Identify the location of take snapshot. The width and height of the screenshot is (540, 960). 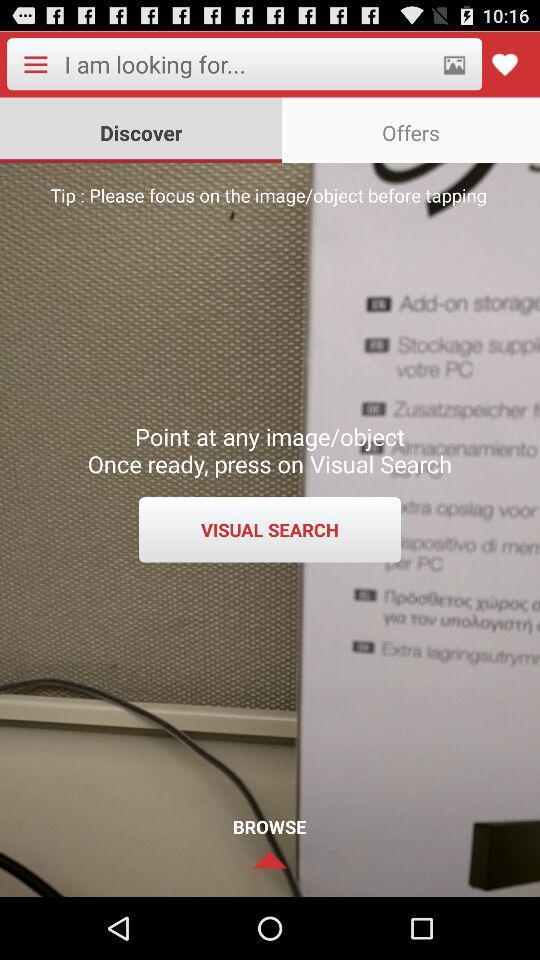
(454, 64).